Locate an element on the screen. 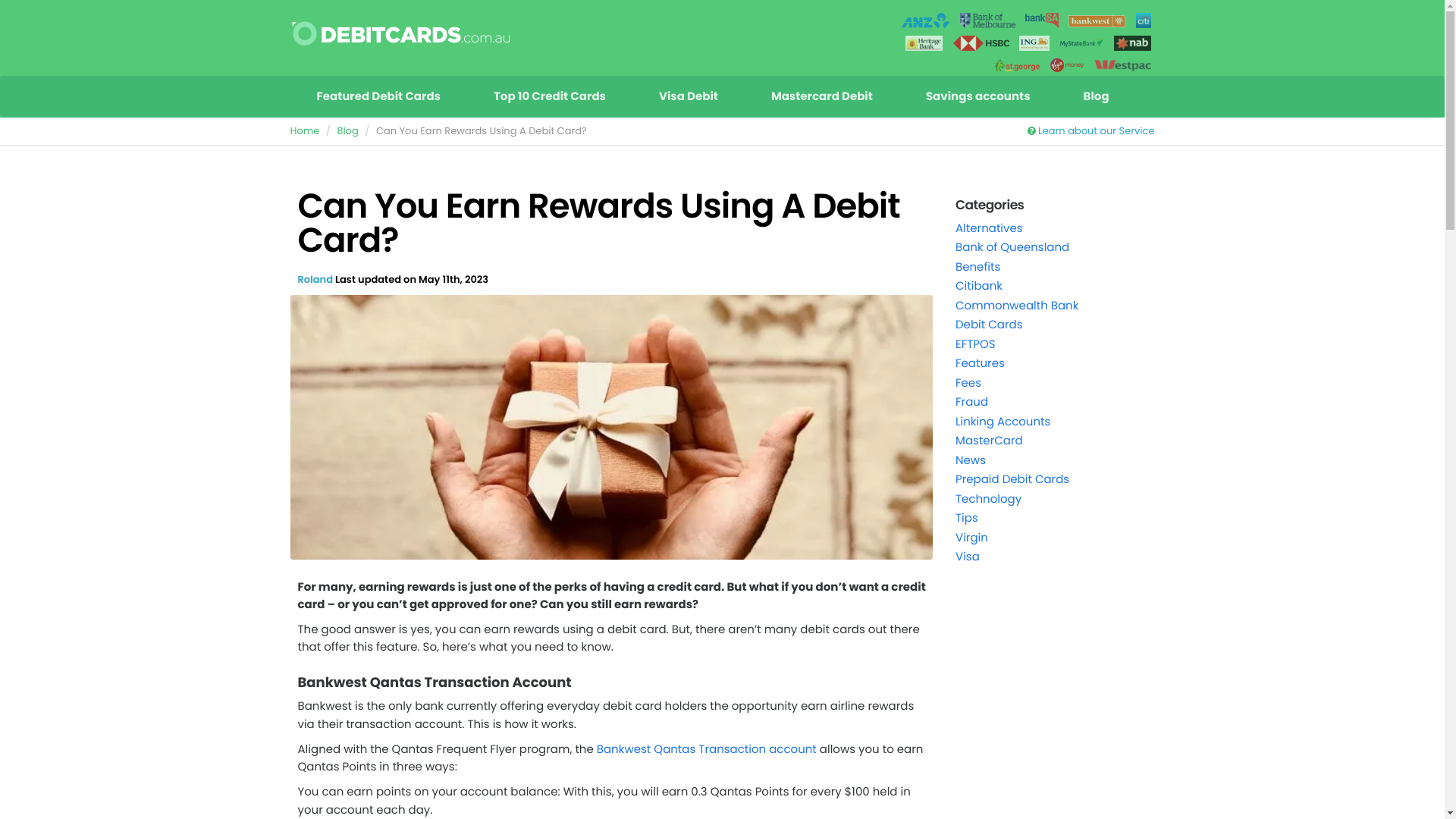 This screenshot has width=1456, height=819. 'Home' is located at coordinates (303, 130).